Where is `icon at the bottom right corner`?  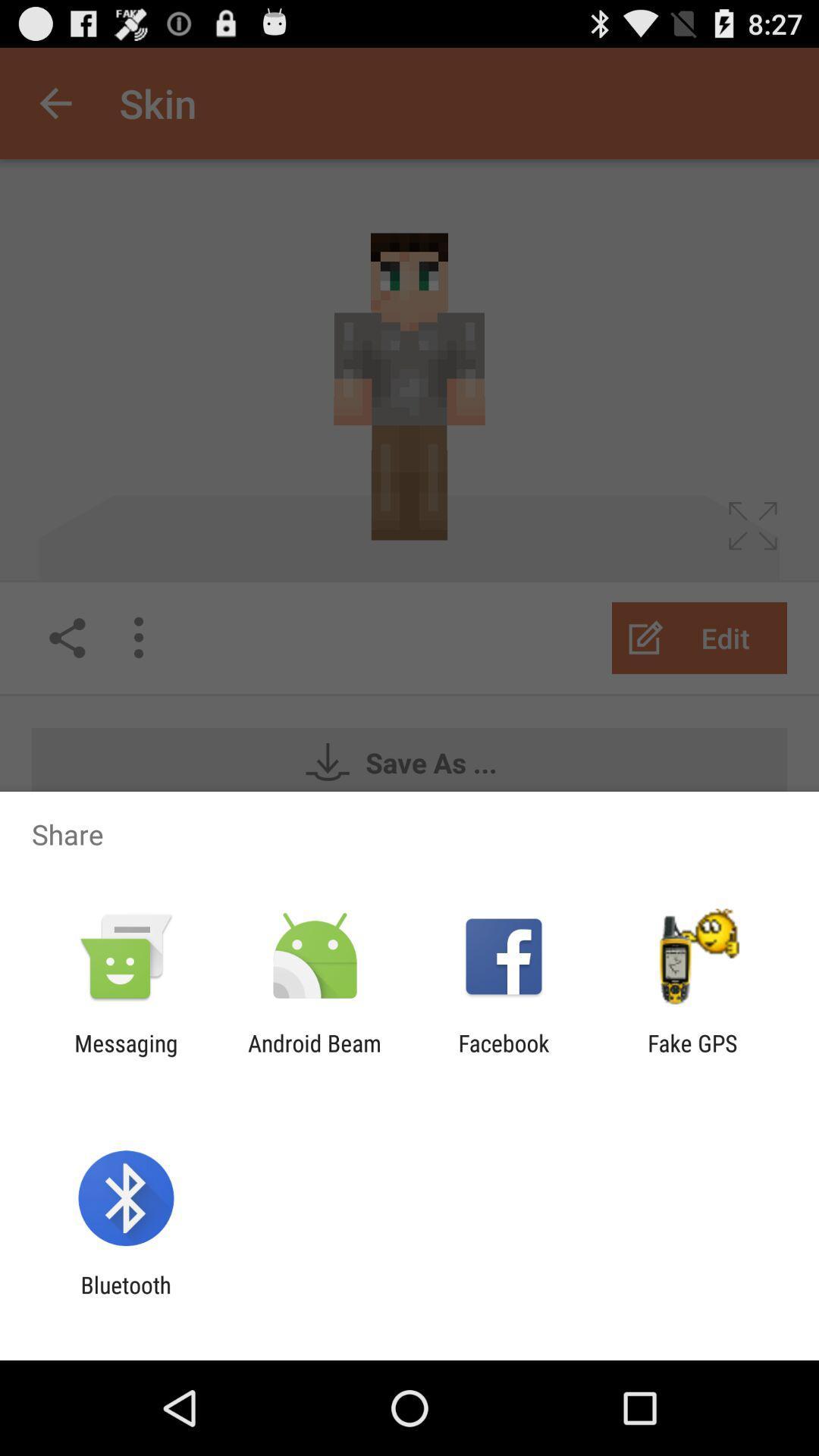
icon at the bottom right corner is located at coordinates (692, 1056).